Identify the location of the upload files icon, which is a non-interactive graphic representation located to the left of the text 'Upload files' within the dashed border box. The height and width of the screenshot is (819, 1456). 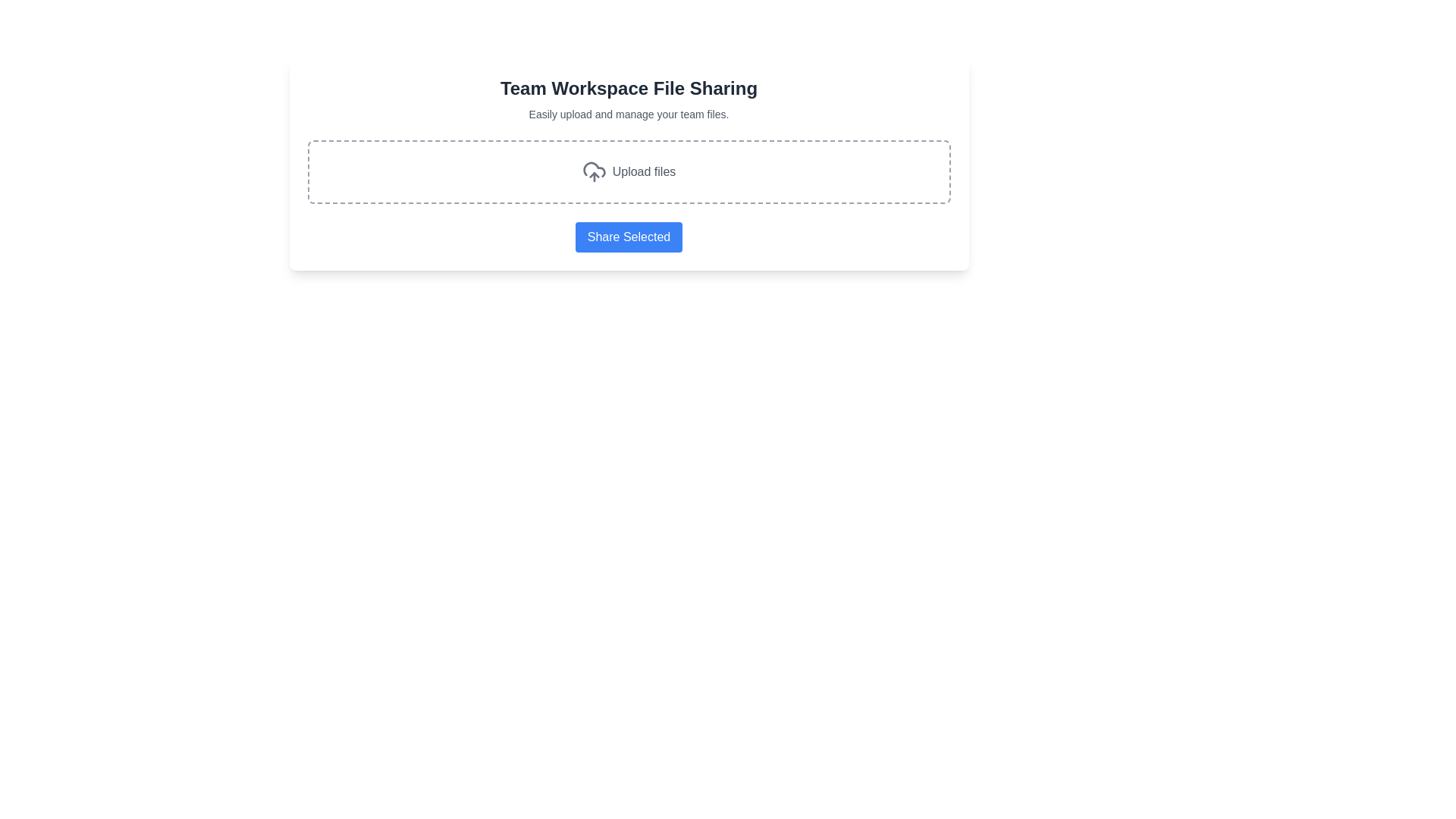
(593, 171).